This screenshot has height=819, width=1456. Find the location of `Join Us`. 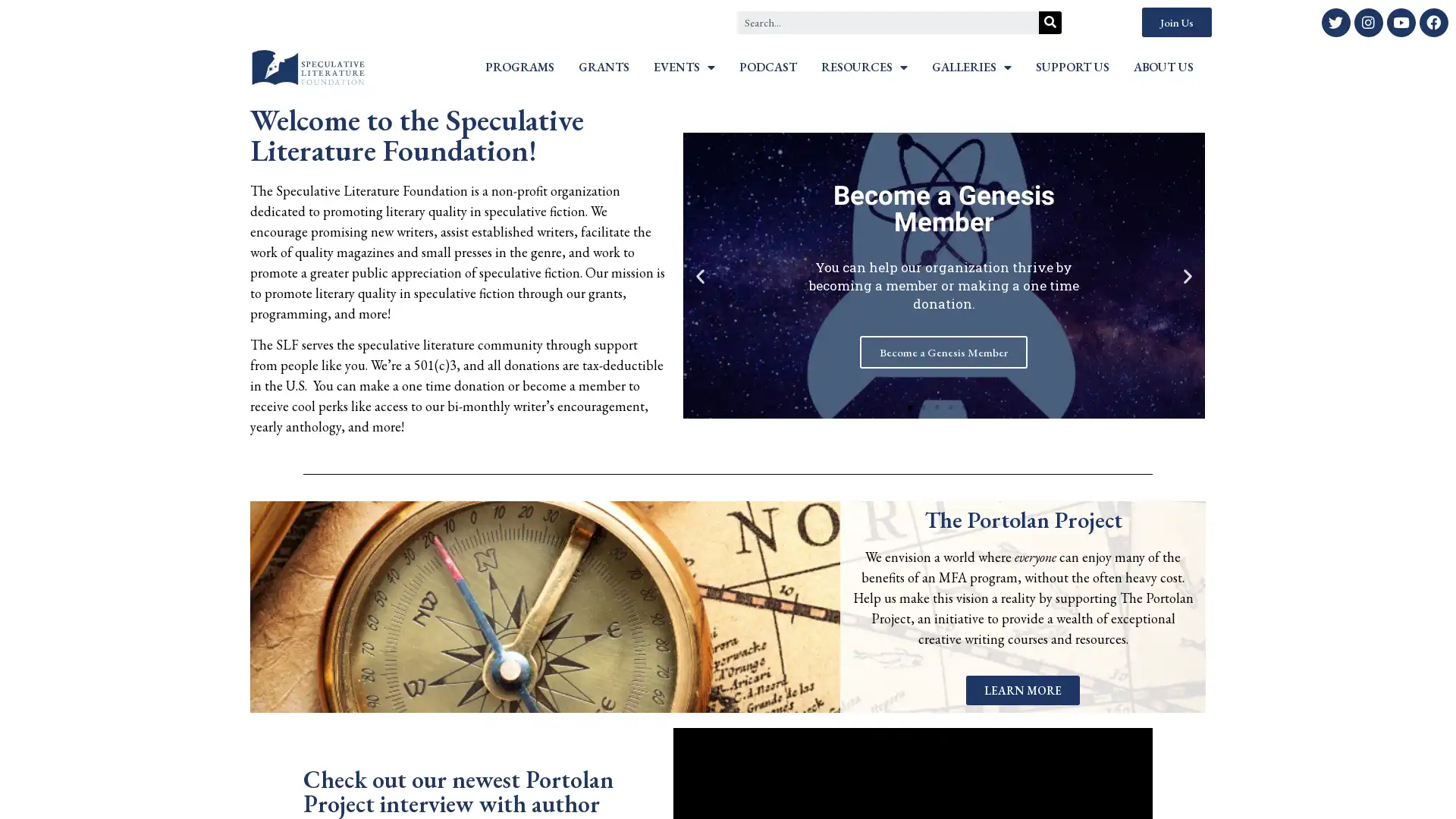

Join Us is located at coordinates (1175, 22).